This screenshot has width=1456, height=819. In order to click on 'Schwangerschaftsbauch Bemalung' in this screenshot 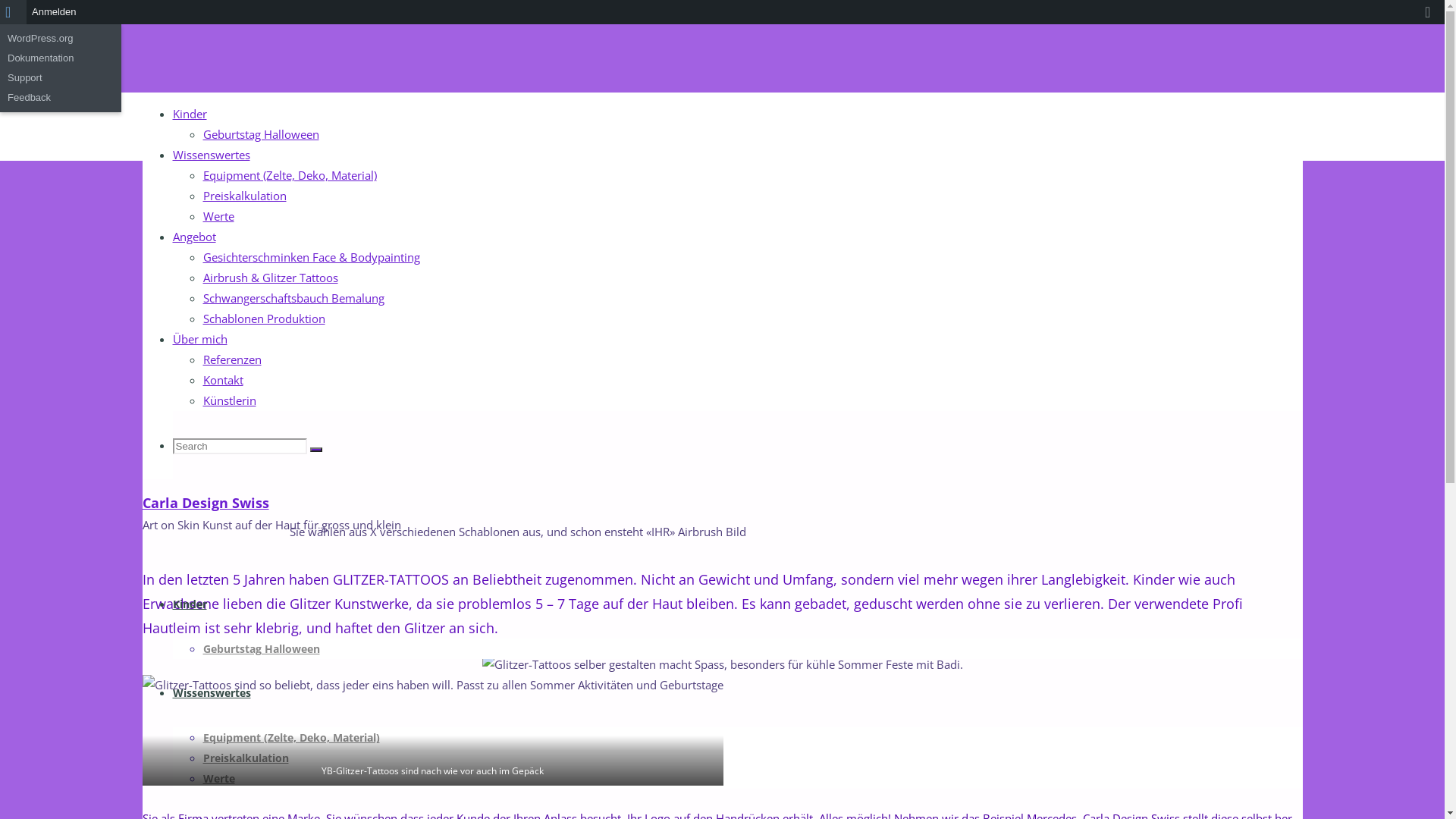, I will do `click(202, 298)`.